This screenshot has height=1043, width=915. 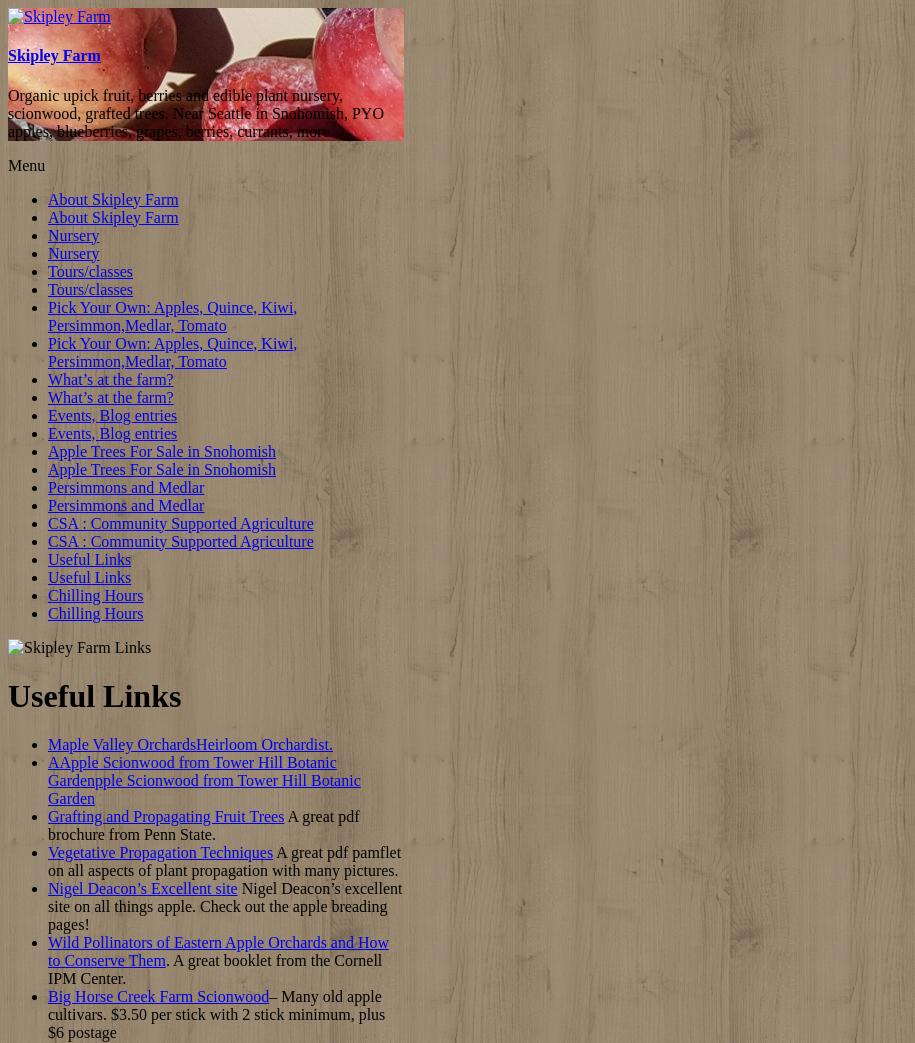 I want to click on '– Many old apple cultivars. $3.50 per stick with 2 stick minimum, plus $6 postage', so click(x=216, y=1014).